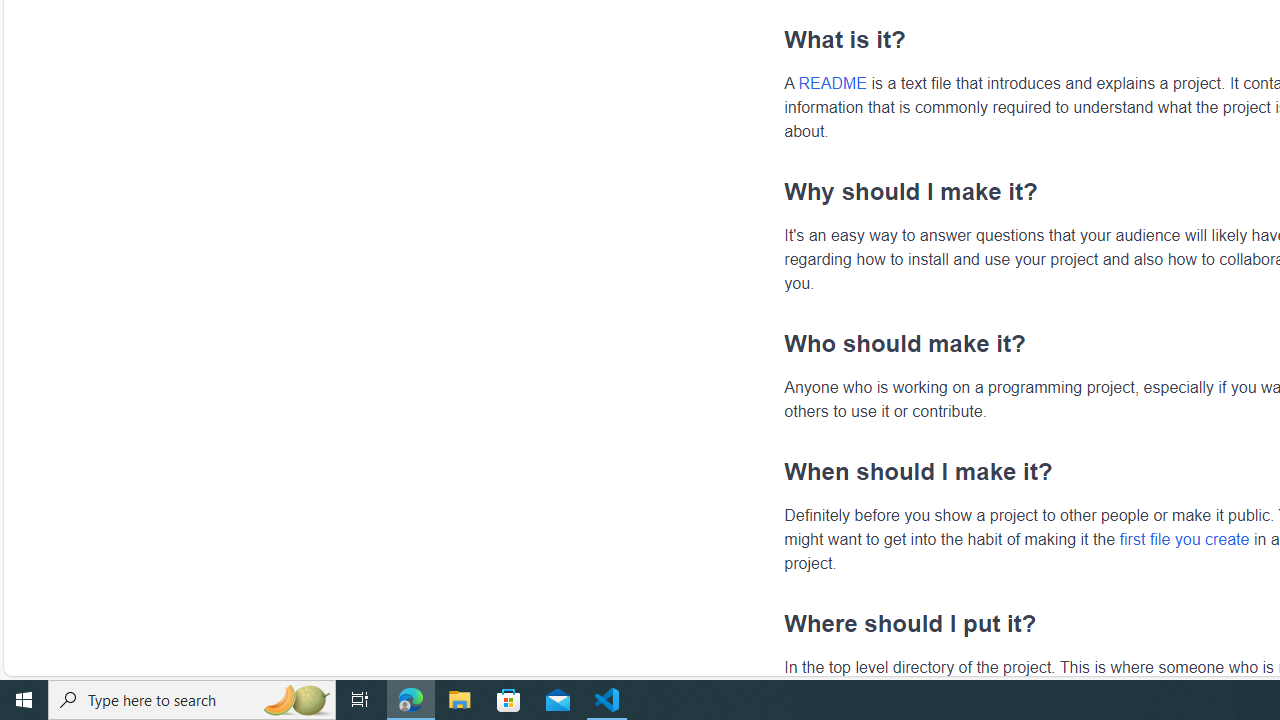 The height and width of the screenshot is (720, 1280). Describe the element at coordinates (1184, 537) in the screenshot. I see `'first file you create'` at that location.